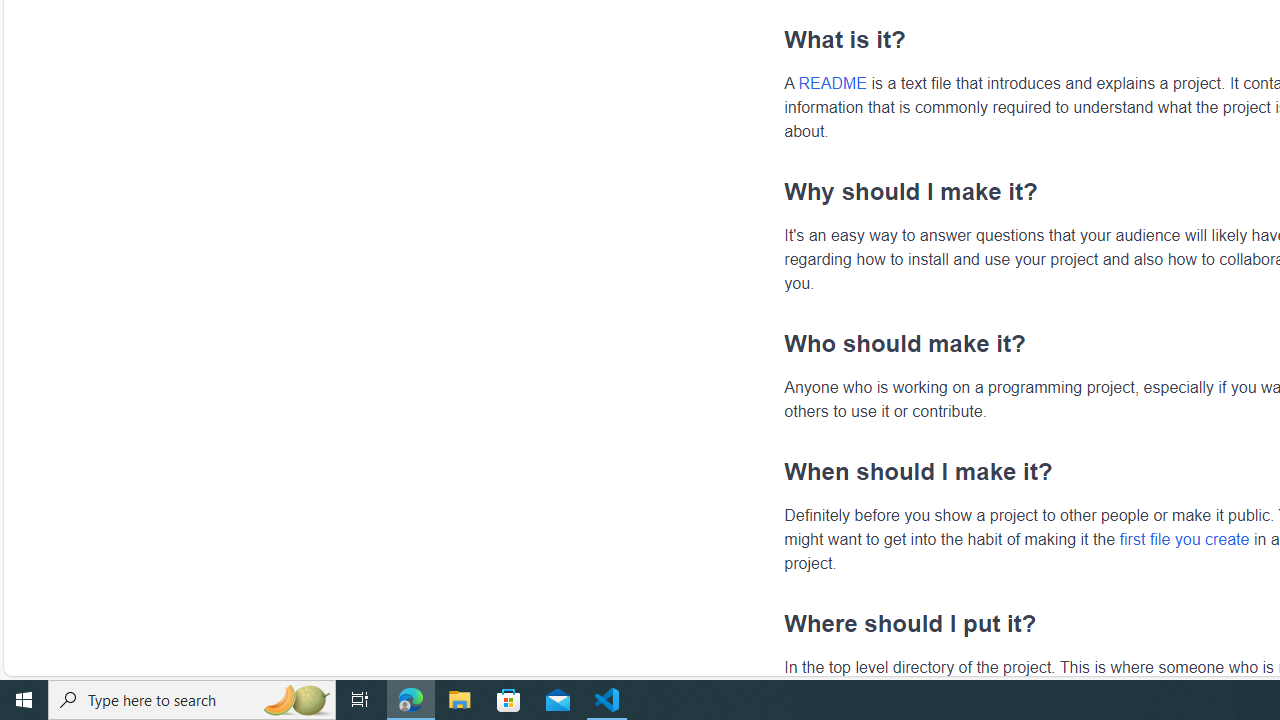 The height and width of the screenshot is (720, 1280). Describe the element at coordinates (1184, 537) in the screenshot. I see `'first file you create'` at that location.